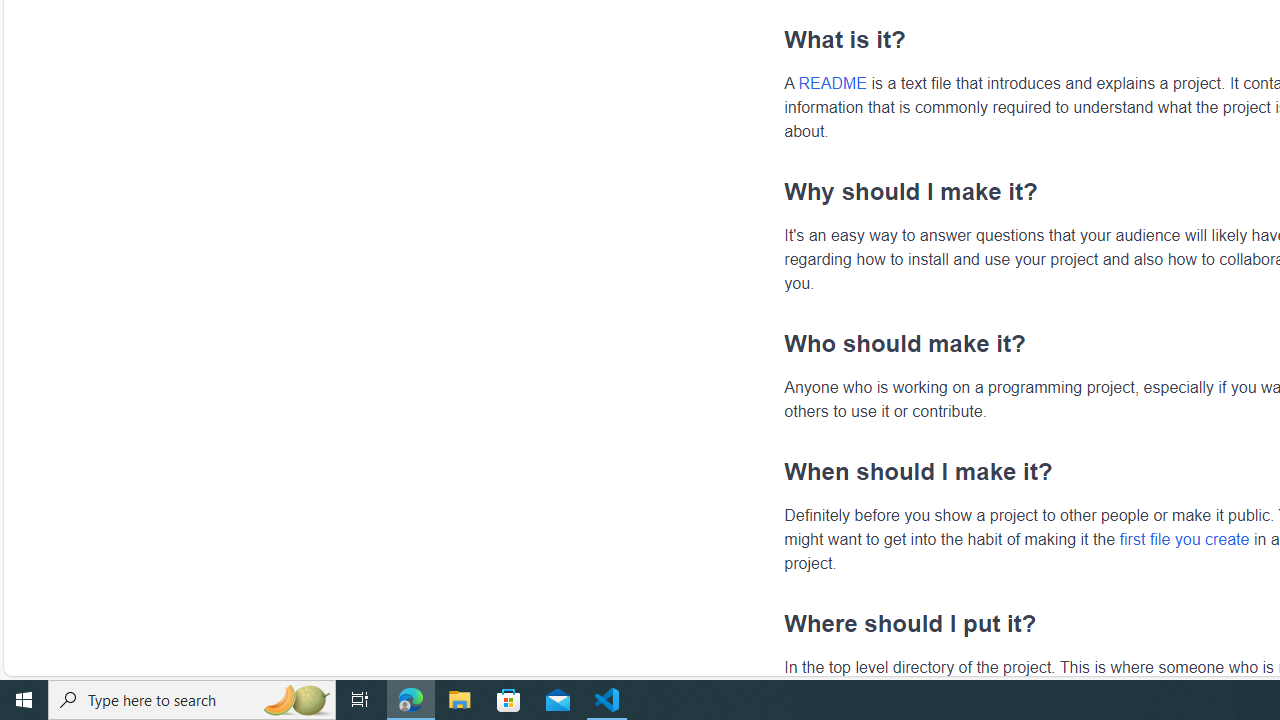 The height and width of the screenshot is (720, 1280). Describe the element at coordinates (1184, 537) in the screenshot. I see `'first file you create'` at that location.